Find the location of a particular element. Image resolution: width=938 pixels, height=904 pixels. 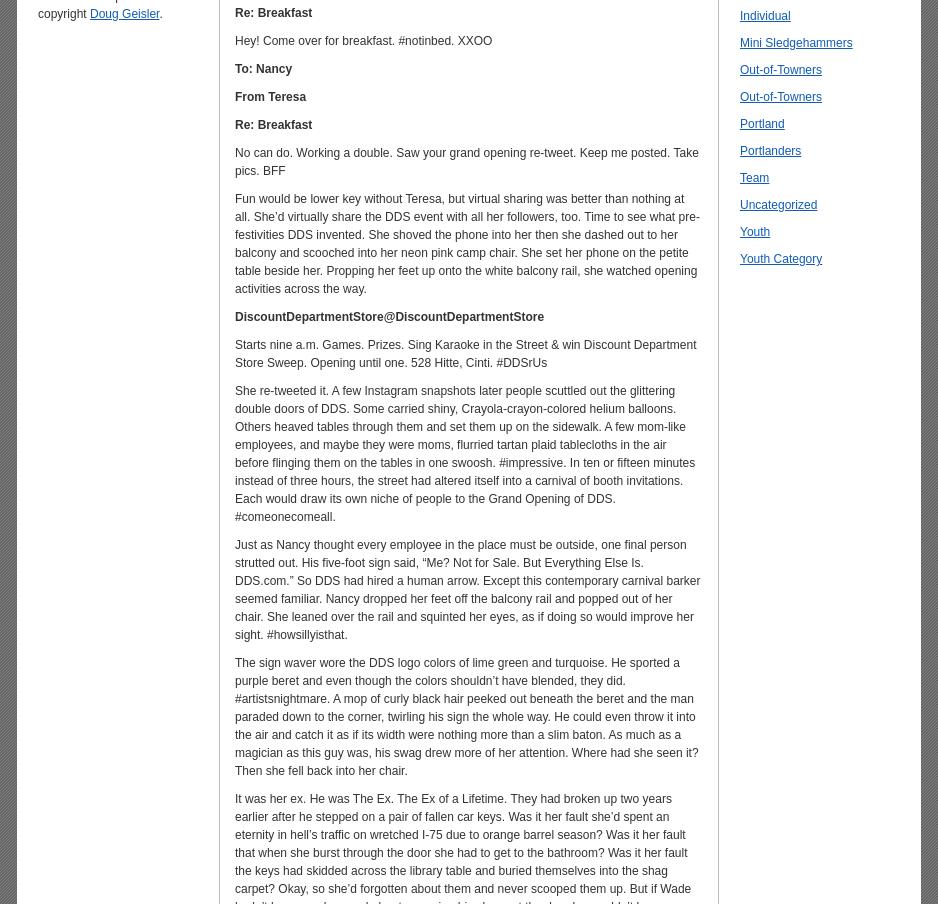

'Portlanders' is located at coordinates (770, 149).